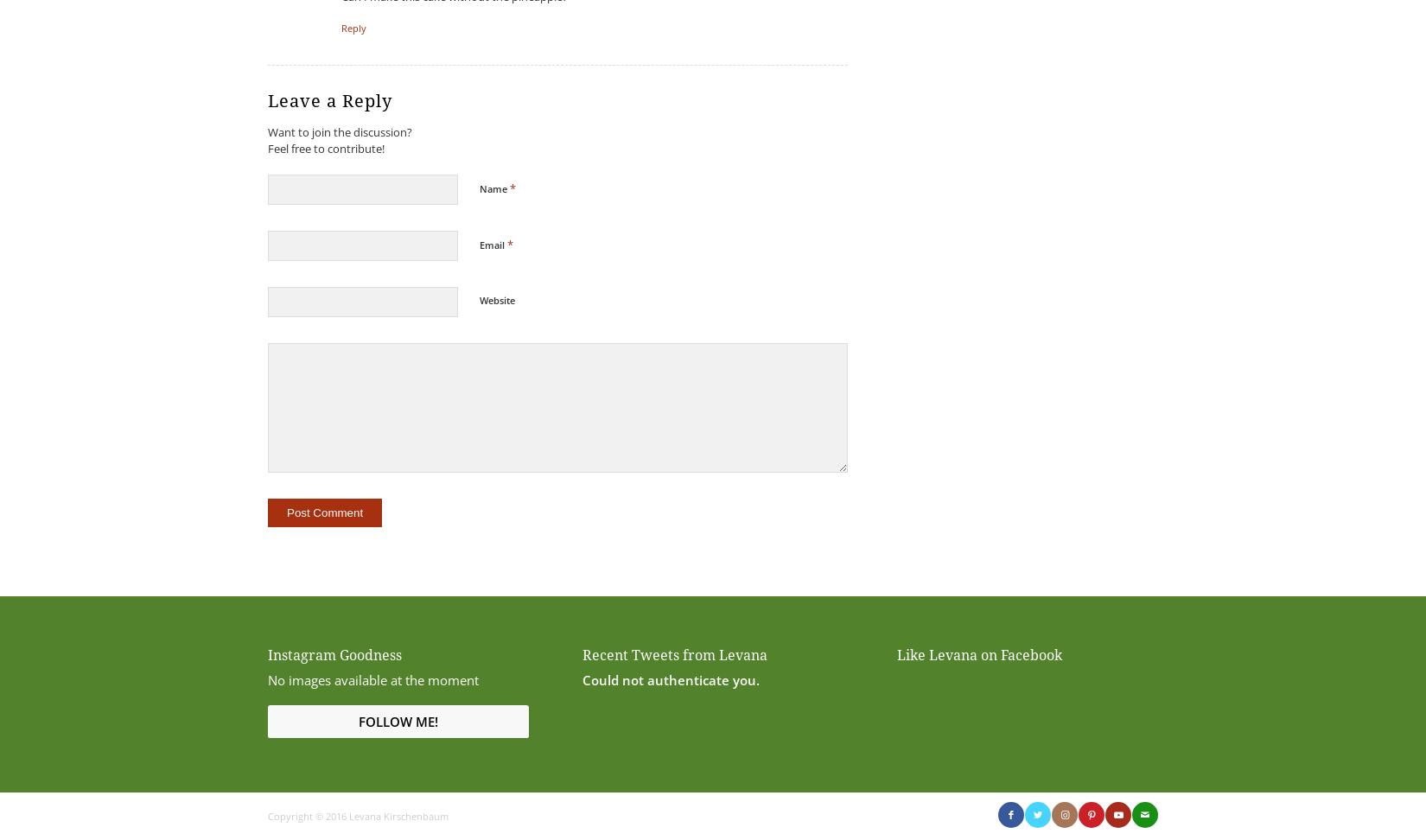 This screenshot has width=1426, height=840. I want to click on 'Reply', so click(353, 28).